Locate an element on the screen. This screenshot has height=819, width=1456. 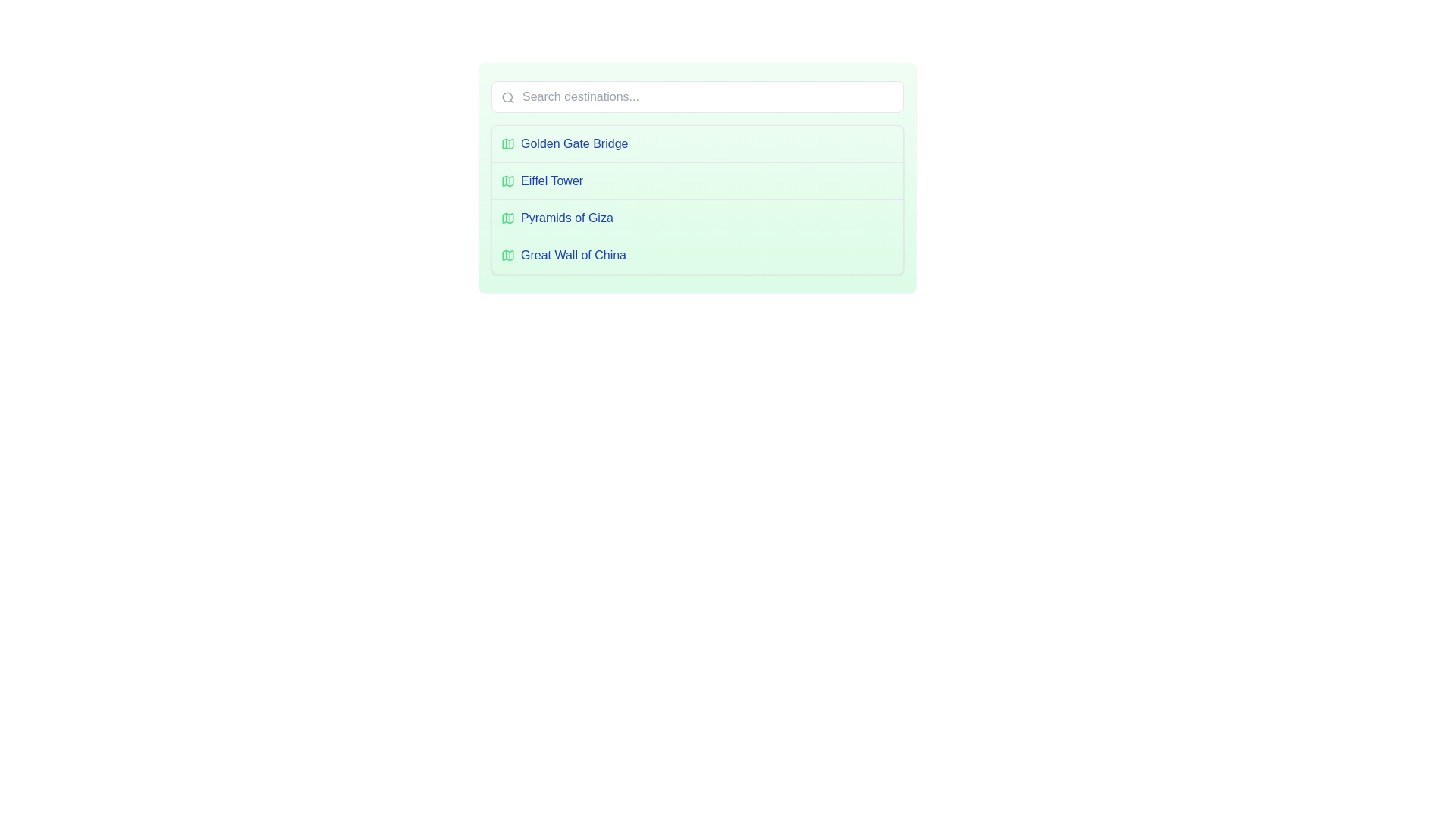
the green unfolded map icon located to the left of the text 'Eiffel Tower' in the list is located at coordinates (508, 180).